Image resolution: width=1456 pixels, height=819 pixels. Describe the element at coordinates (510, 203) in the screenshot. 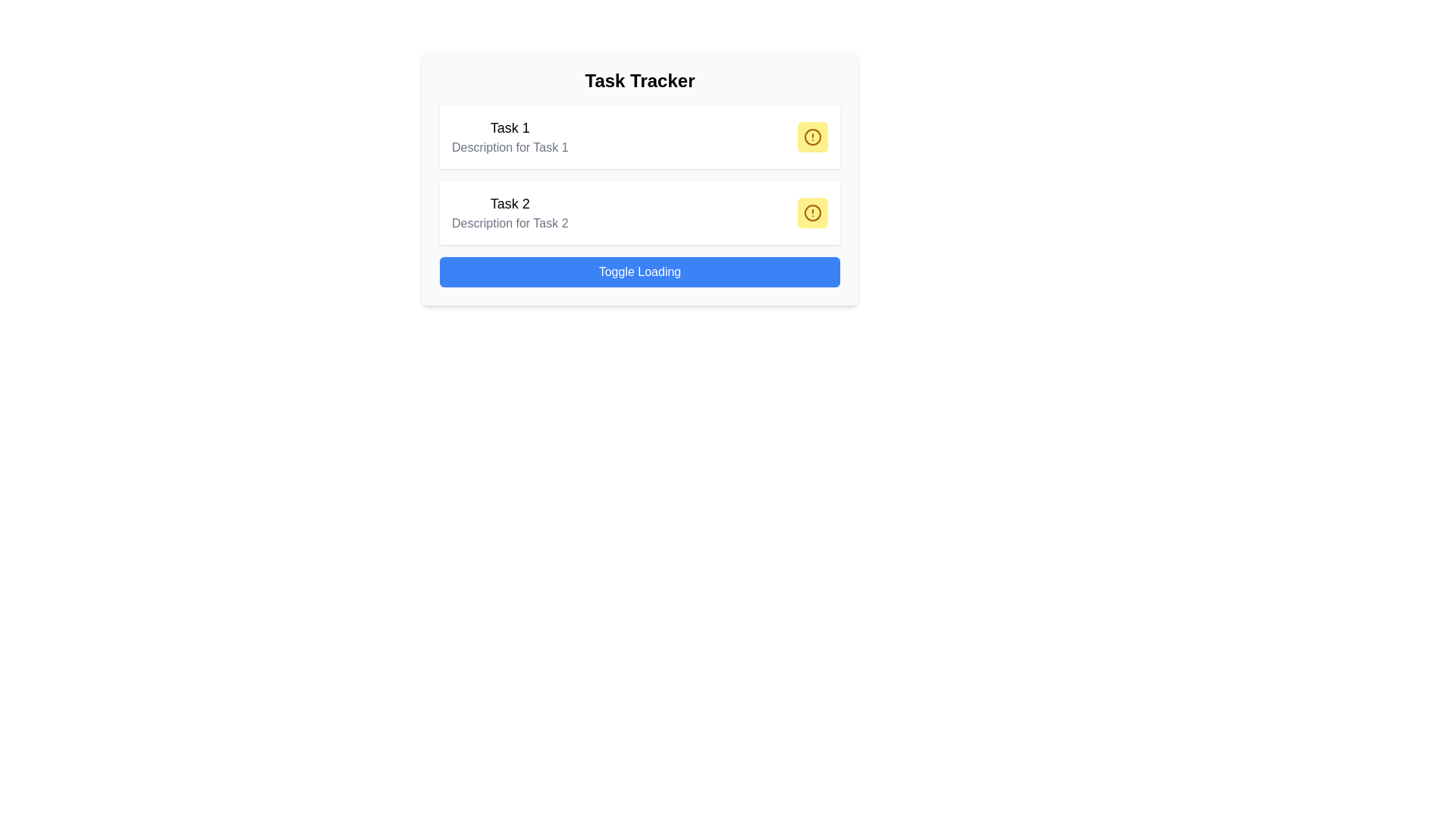

I see `the text label displaying 'Task 2' in bold, large font, located in the 'Task Tracker' section, positioned above the description text` at that location.